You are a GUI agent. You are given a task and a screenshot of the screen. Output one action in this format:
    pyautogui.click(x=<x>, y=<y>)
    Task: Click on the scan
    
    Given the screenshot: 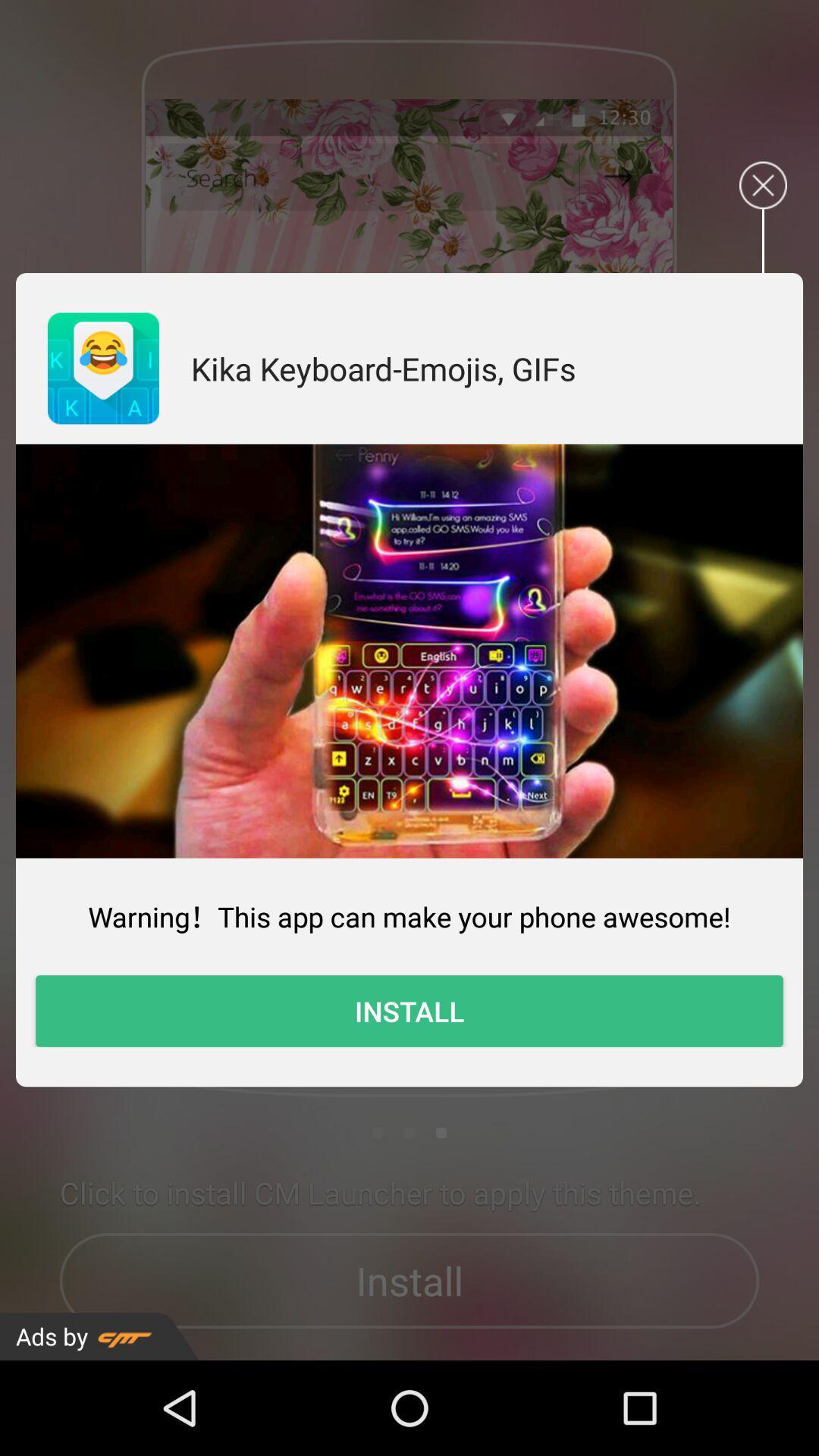 What is the action you would take?
    pyautogui.click(x=409, y=651)
    